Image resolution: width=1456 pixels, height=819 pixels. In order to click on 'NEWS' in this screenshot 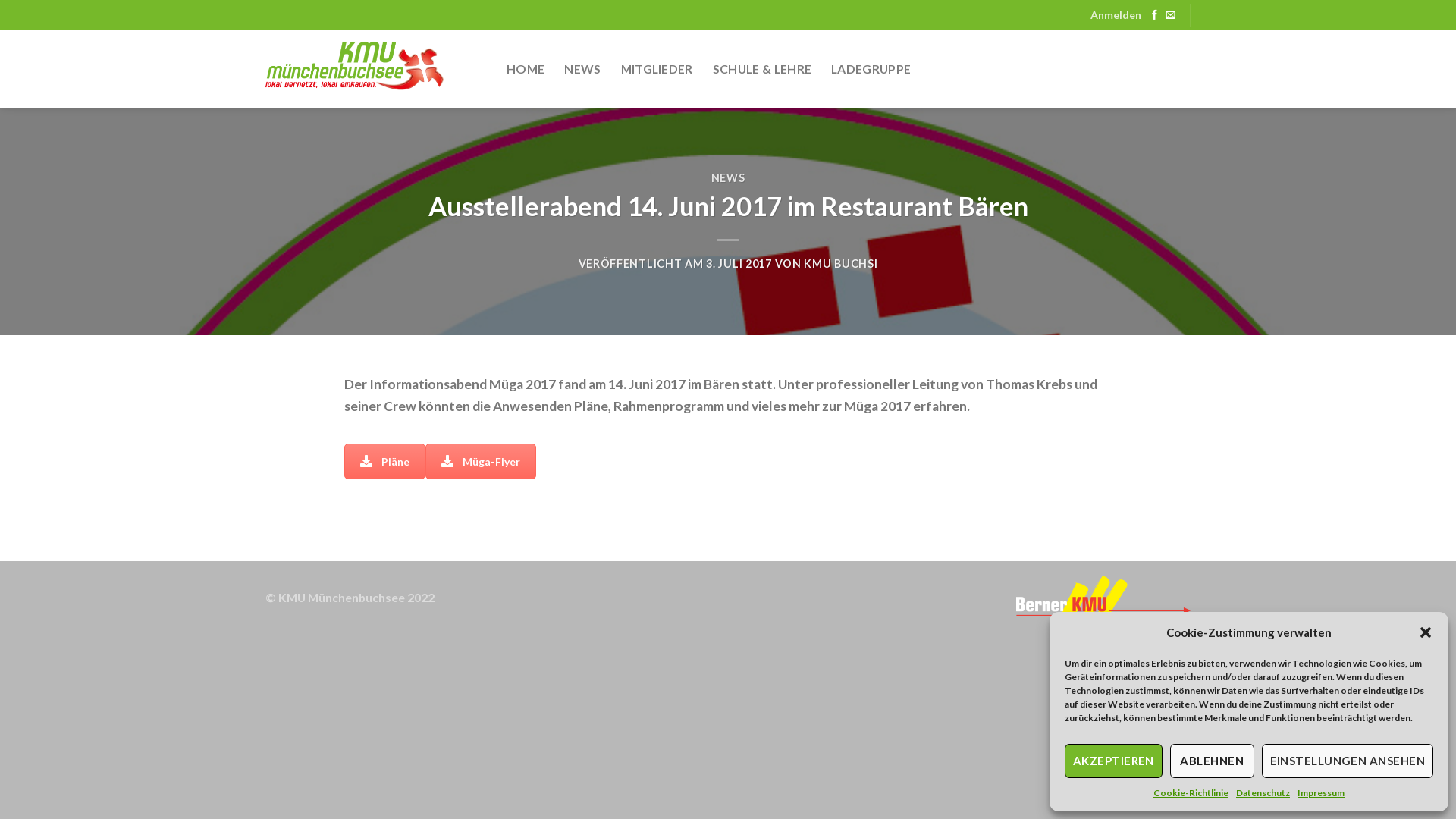, I will do `click(710, 177)`.